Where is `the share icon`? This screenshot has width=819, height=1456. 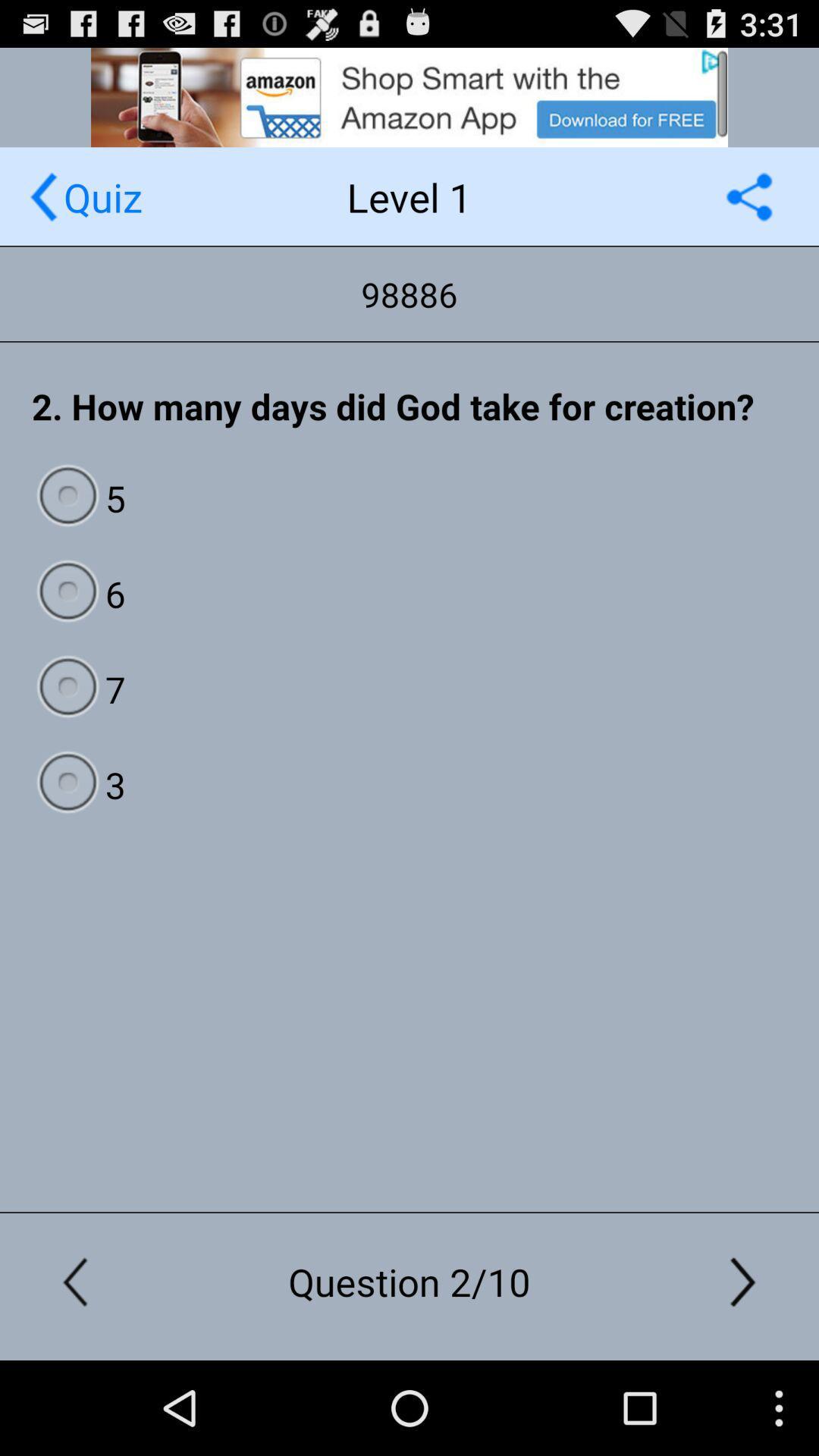 the share icon is located at coordinates (748, 210).